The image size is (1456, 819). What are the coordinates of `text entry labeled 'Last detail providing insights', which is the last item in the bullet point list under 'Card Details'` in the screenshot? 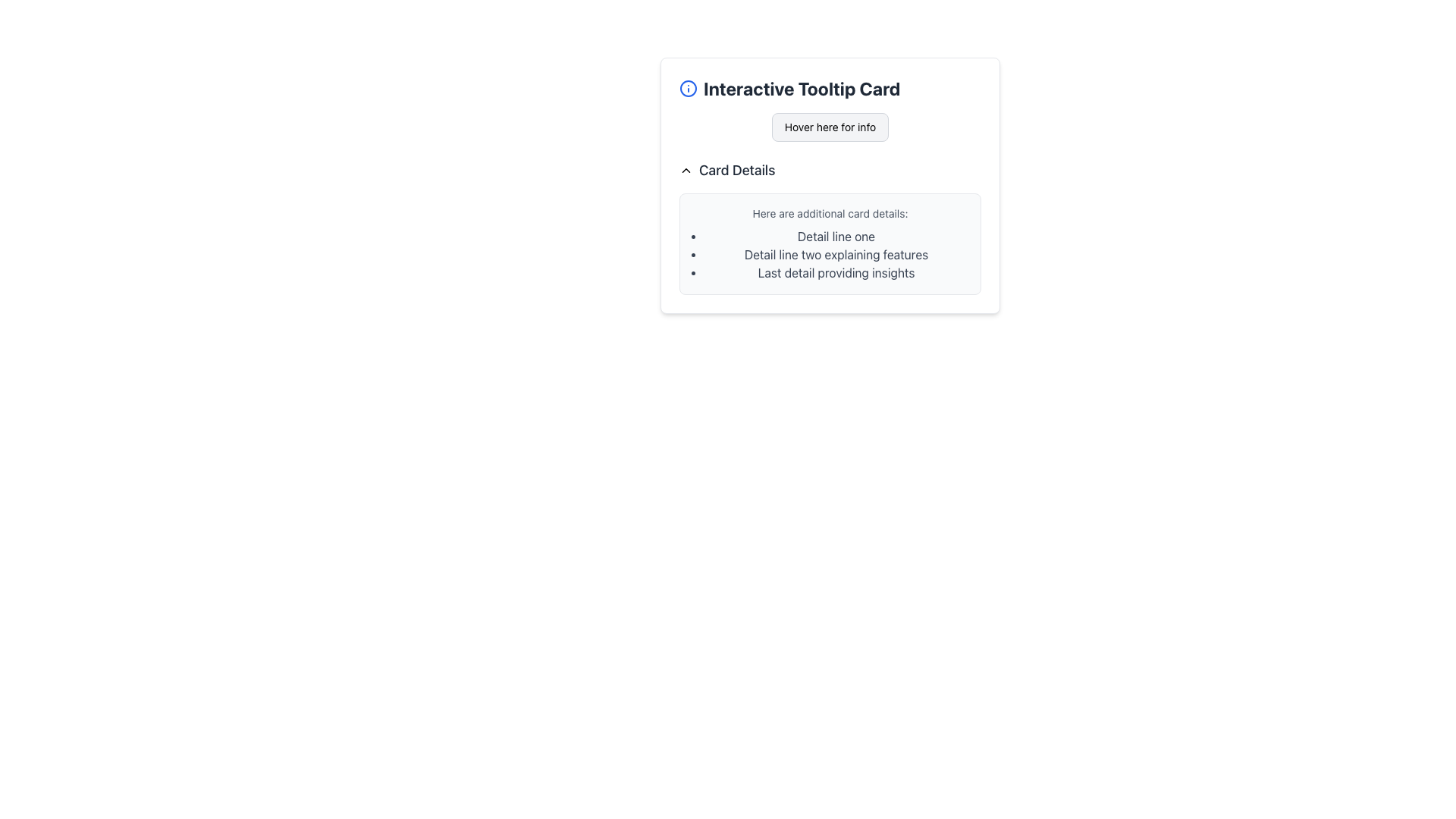 It's located at (836, 271).